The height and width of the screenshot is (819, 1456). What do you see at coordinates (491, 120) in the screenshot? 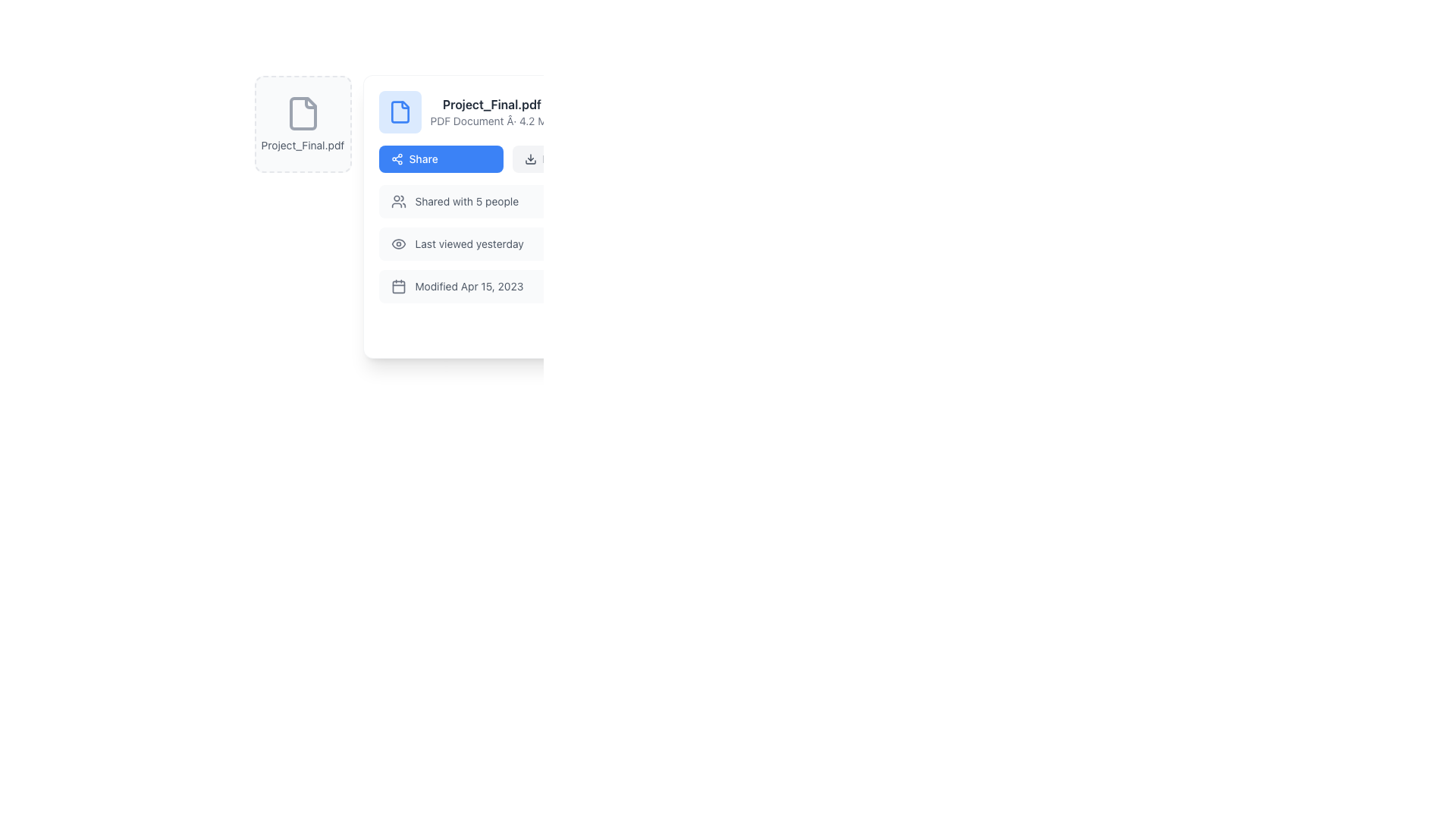
I see `the text display element that shows 'PDF Document Â· 4.2 MB', located beneath the file name 'Project_Final.pdf' in the details pane` at bounding box center [491, 120].